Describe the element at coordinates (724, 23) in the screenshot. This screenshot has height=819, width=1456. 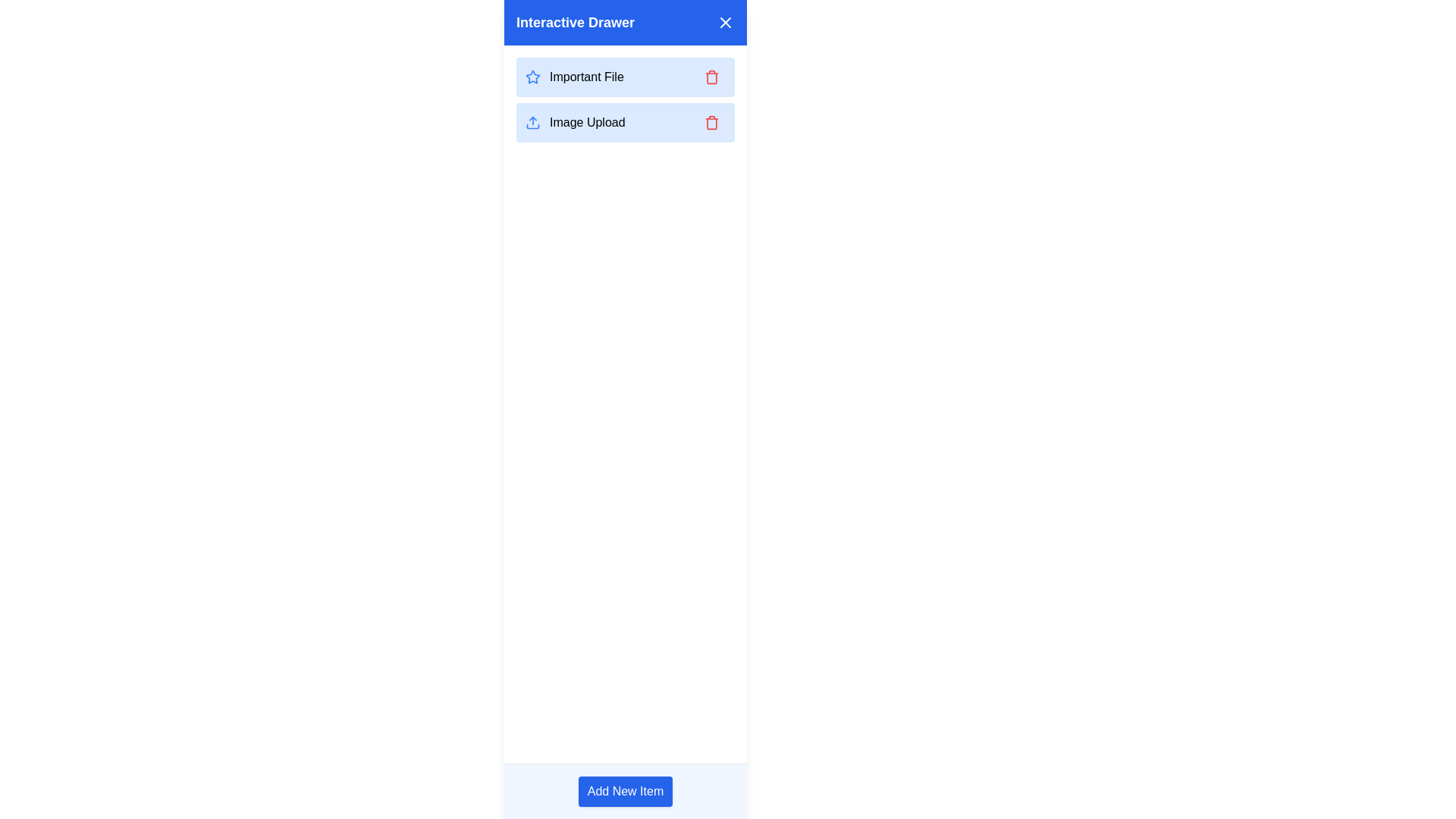
I see `the close icon located at the top-right corner of the interface, adjacent to the 'Interactive Drawer' label` at that location.